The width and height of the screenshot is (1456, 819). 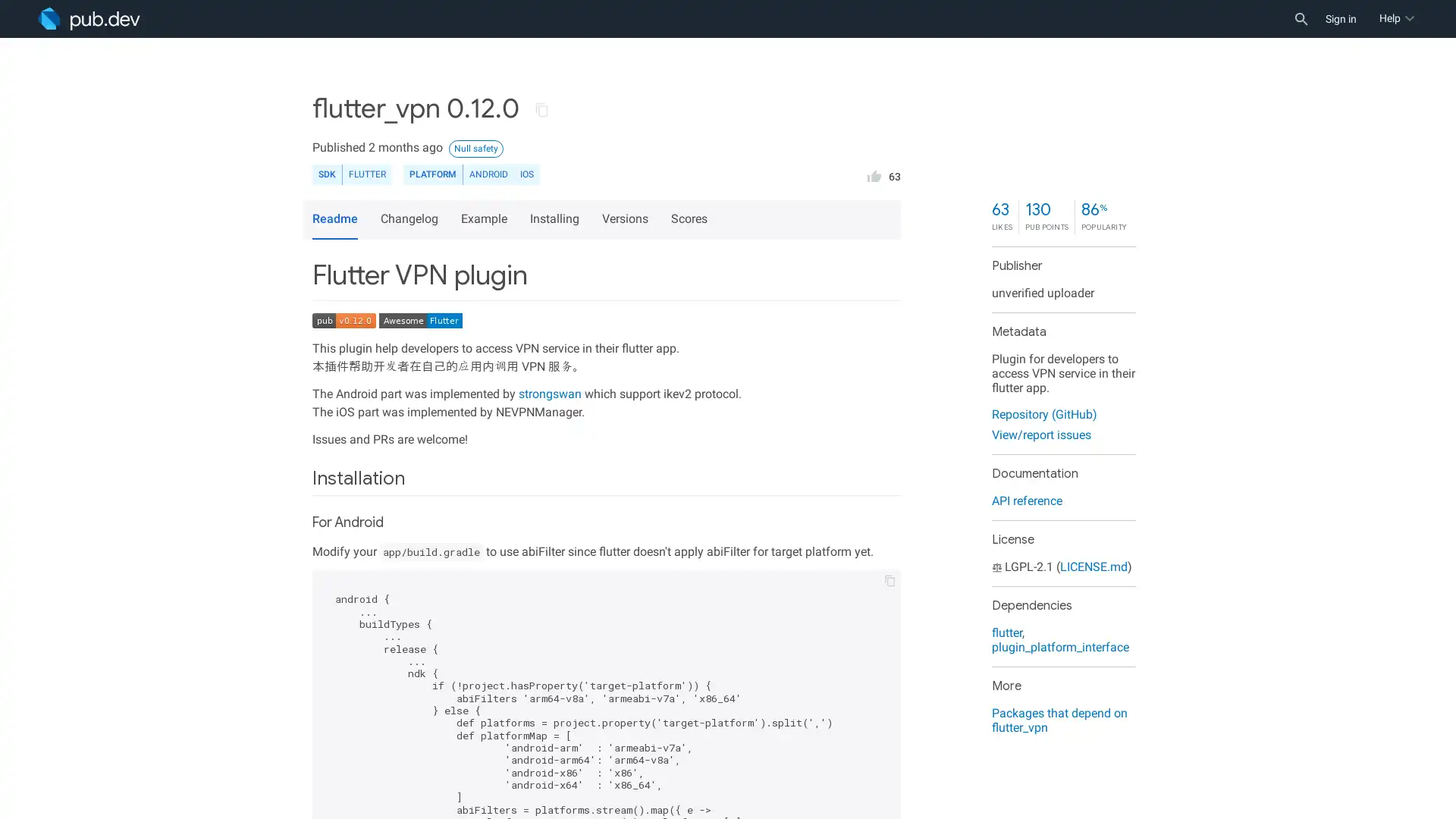 What do you see at coordinates (691, 219) in the screenshot?
I see `Scores` at bounding box center [691, 219].